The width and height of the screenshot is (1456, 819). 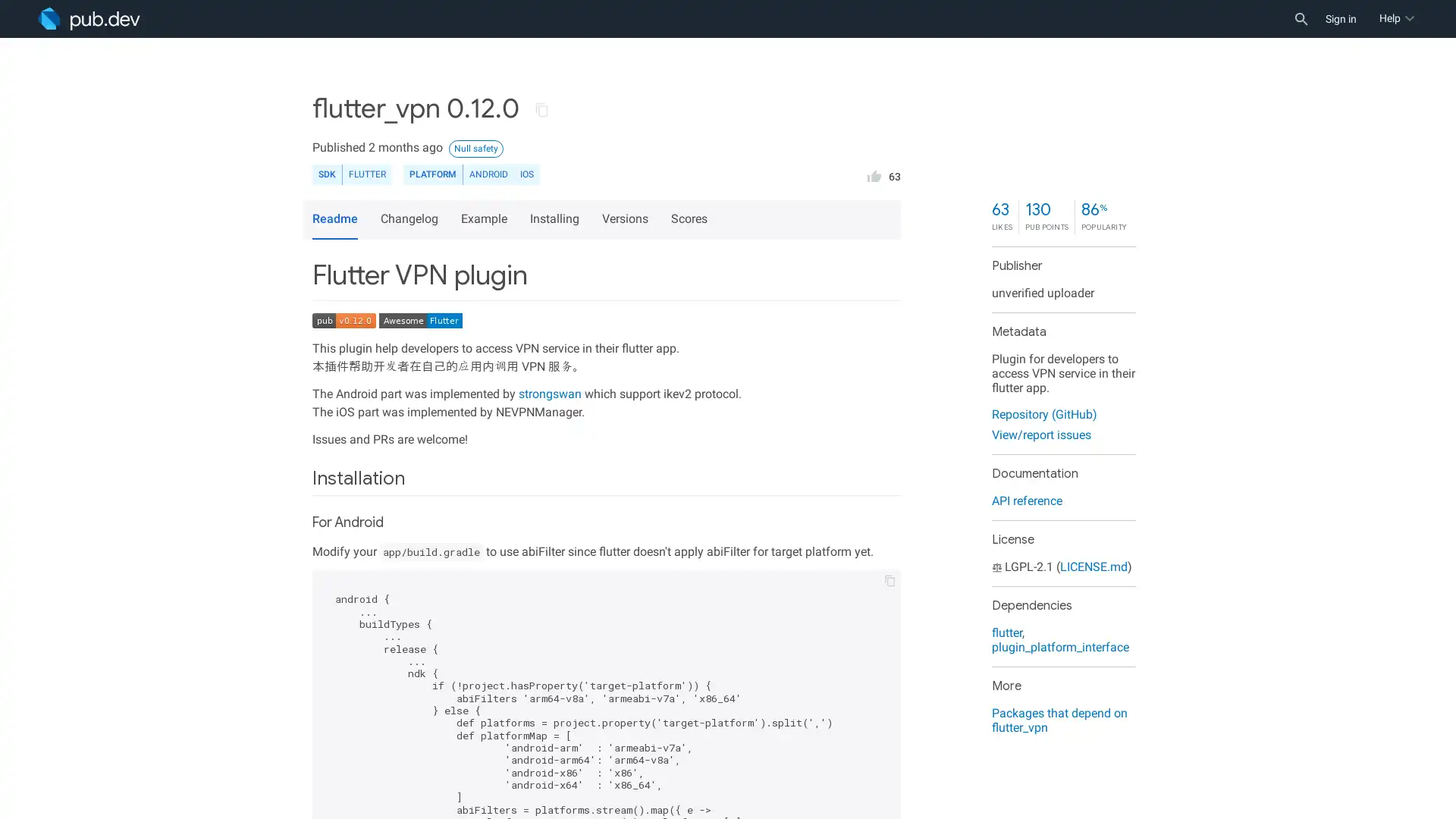 What do you see at coordinates (691, 219) in the screenshot?
I see `Scores` at bounding box center [691, 219].